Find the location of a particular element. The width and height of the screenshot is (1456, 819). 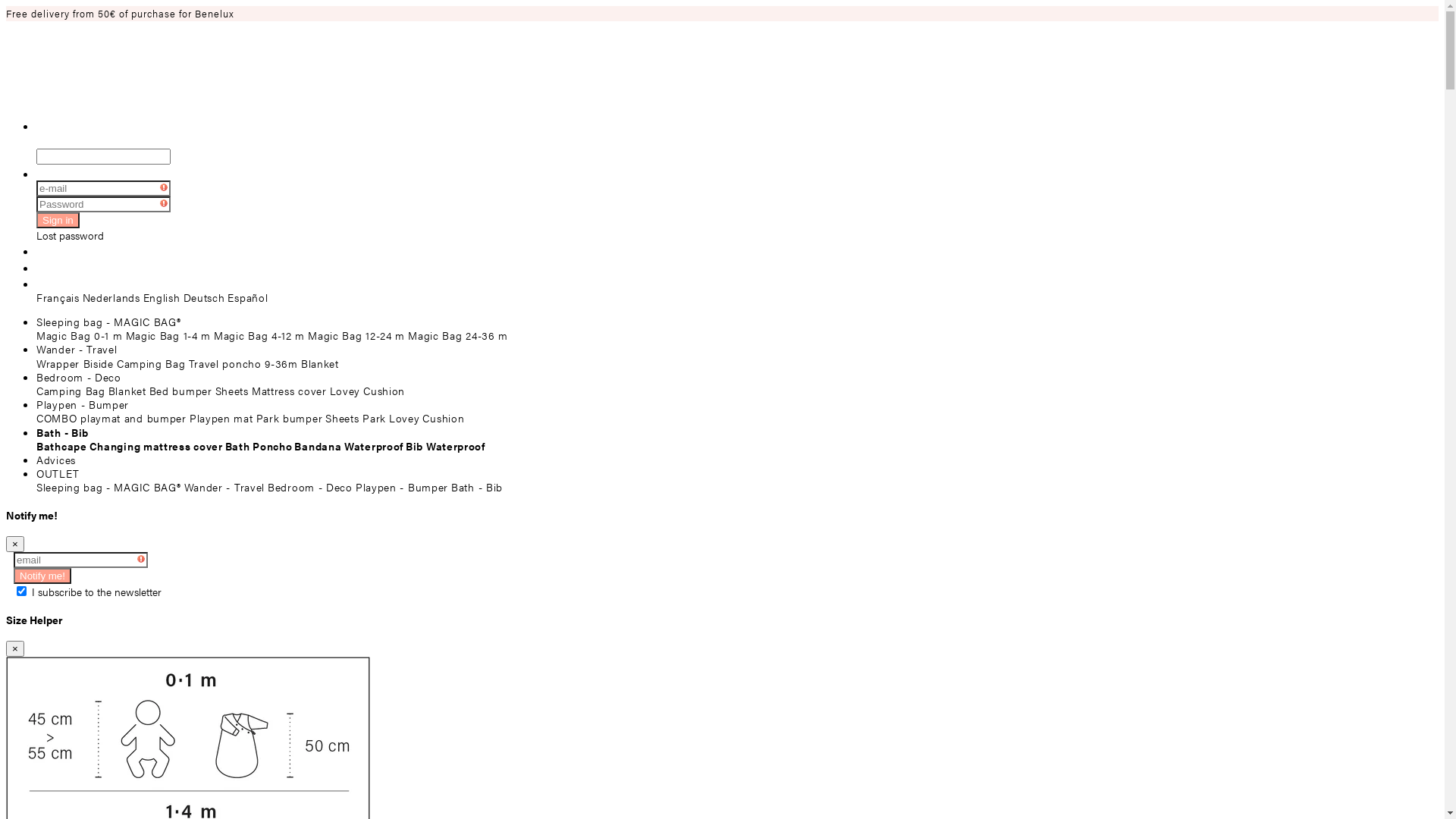

'Cushion' is located at coordinates (422, 418).